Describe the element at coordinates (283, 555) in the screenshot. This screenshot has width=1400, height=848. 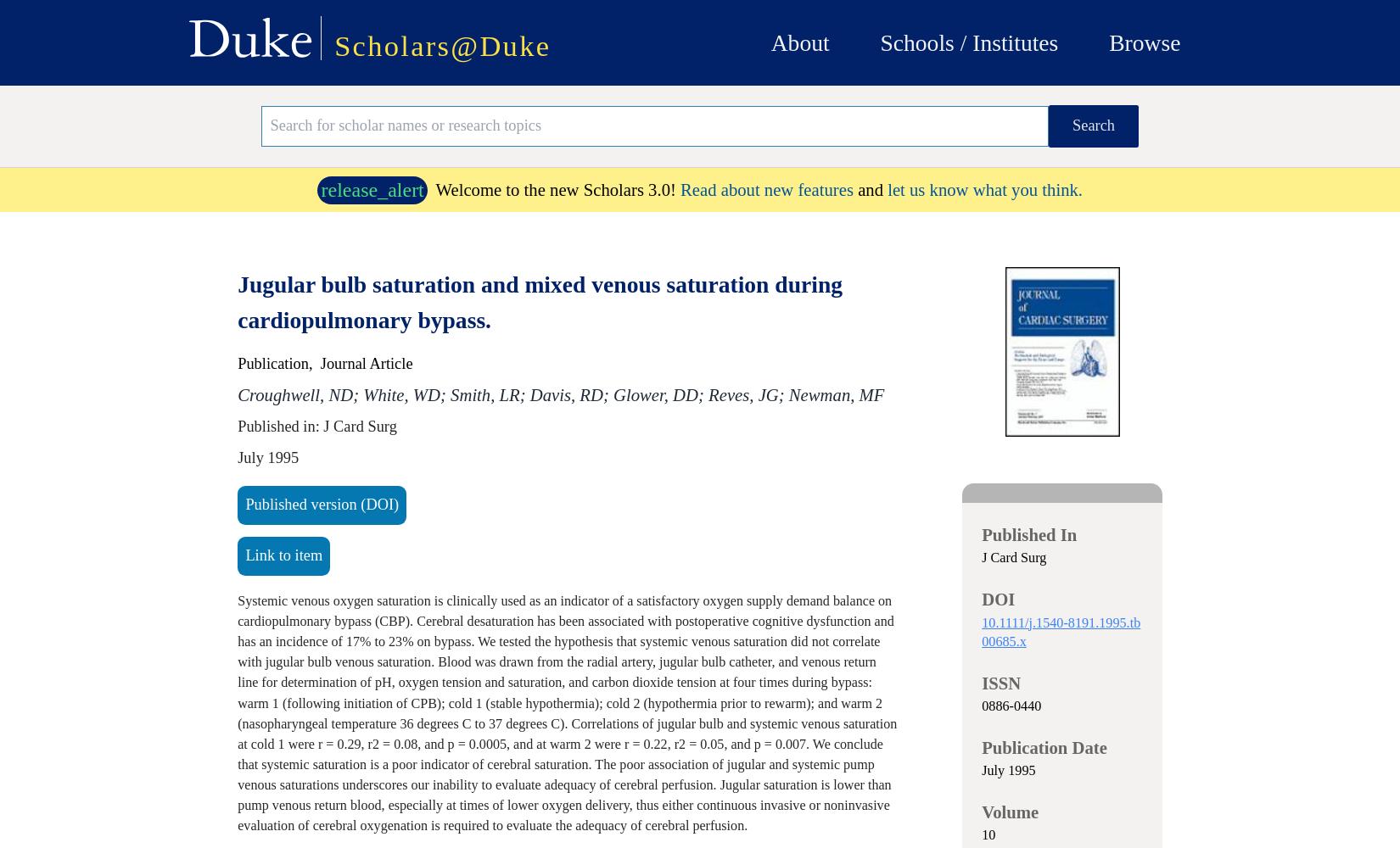
I see `'Link to item'` at that location.